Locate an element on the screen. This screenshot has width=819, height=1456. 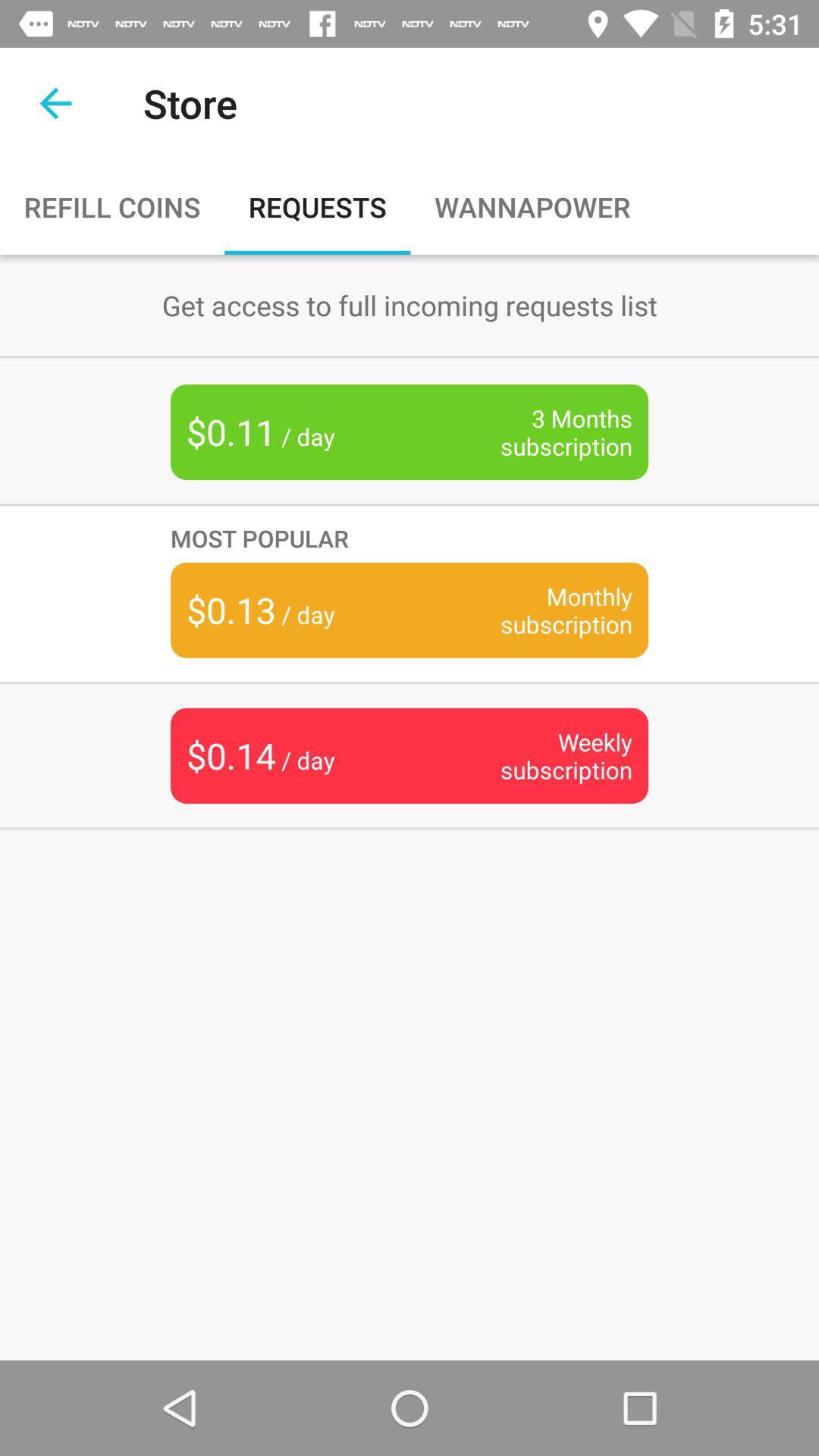
the item next to the $0.13 / day icon is located at coordinates (542, 610).